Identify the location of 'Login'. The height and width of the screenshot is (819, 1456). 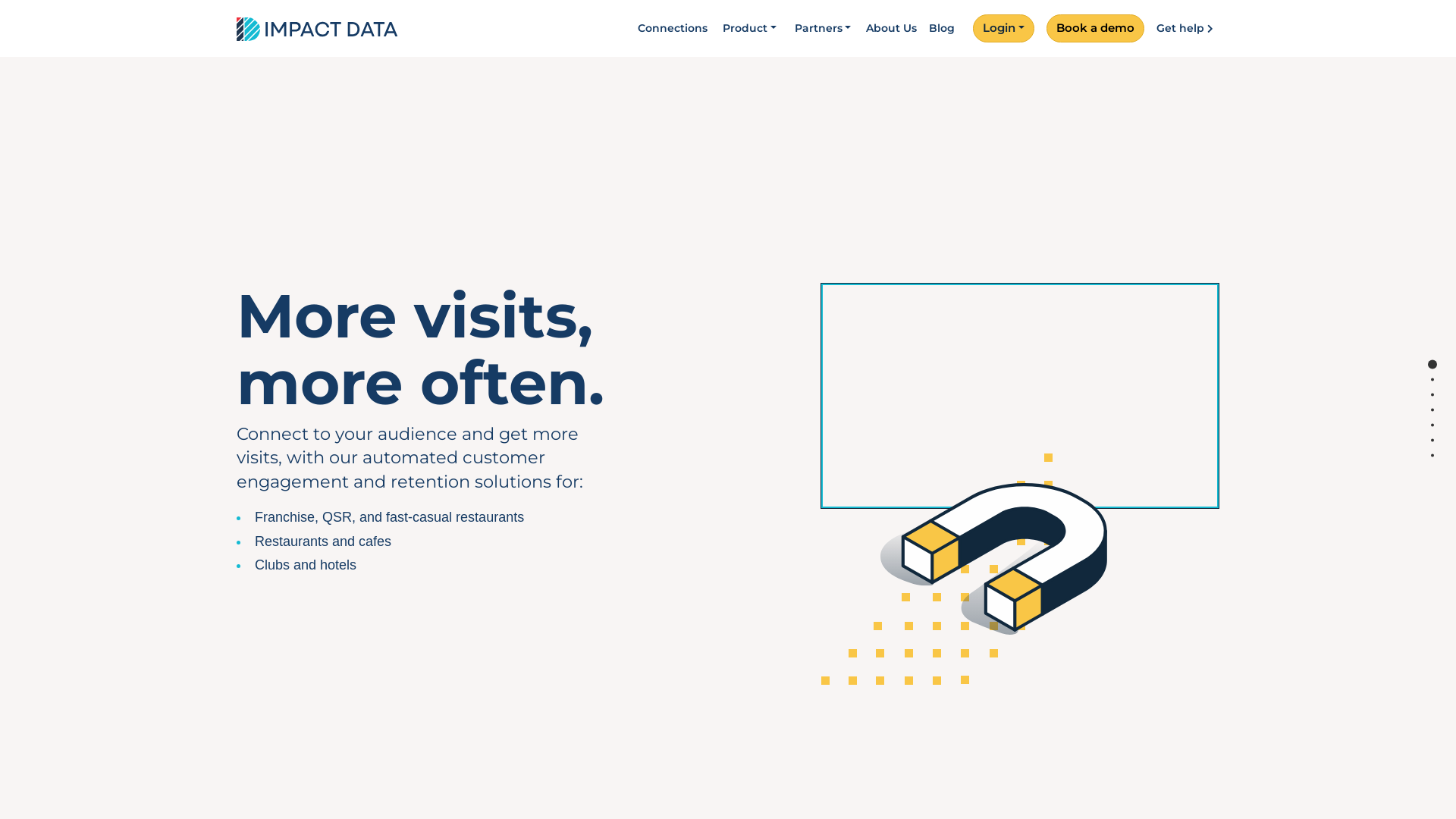
(976, 28).